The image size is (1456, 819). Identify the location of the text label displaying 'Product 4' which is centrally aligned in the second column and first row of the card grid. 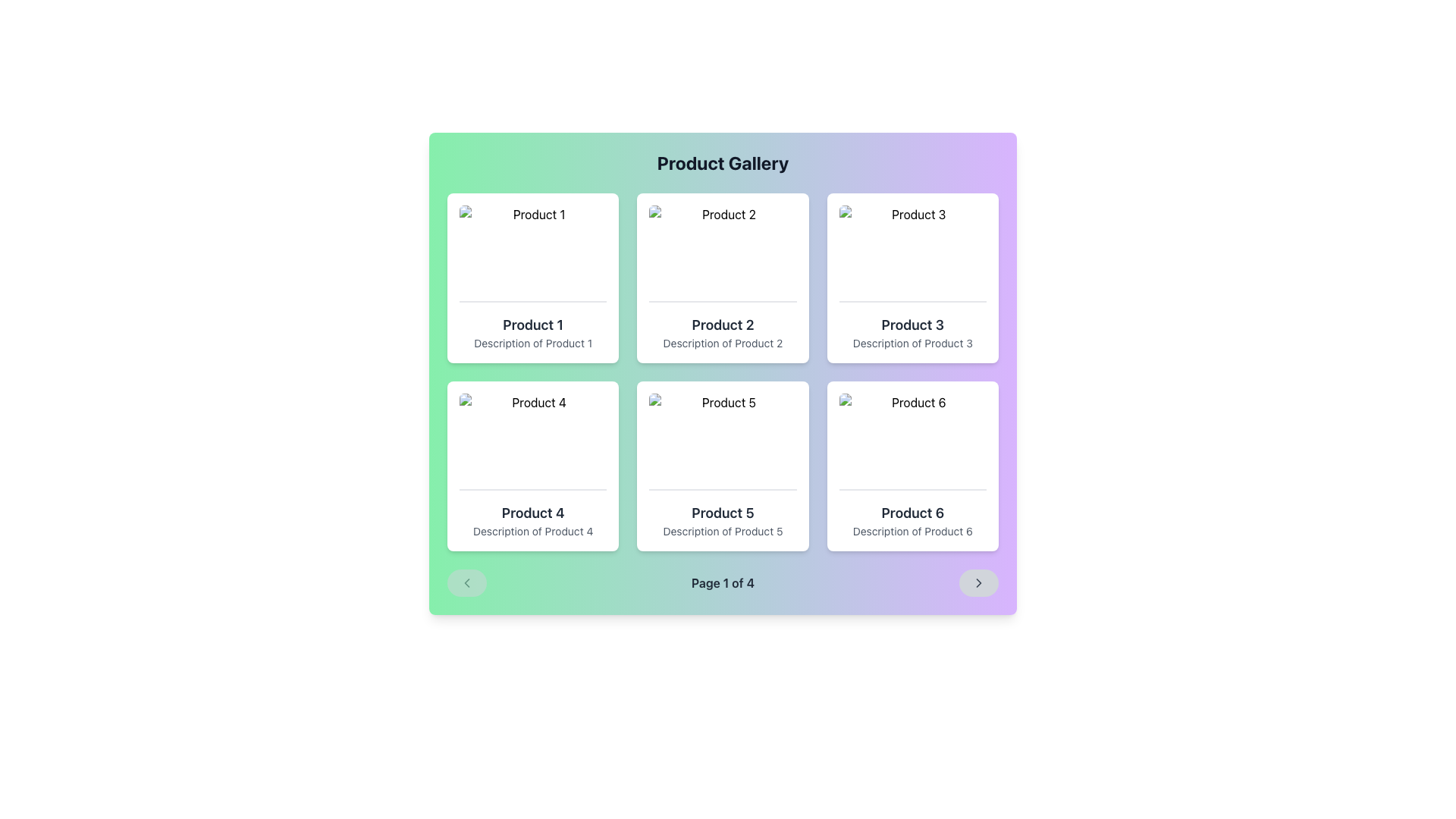
(533, 513).